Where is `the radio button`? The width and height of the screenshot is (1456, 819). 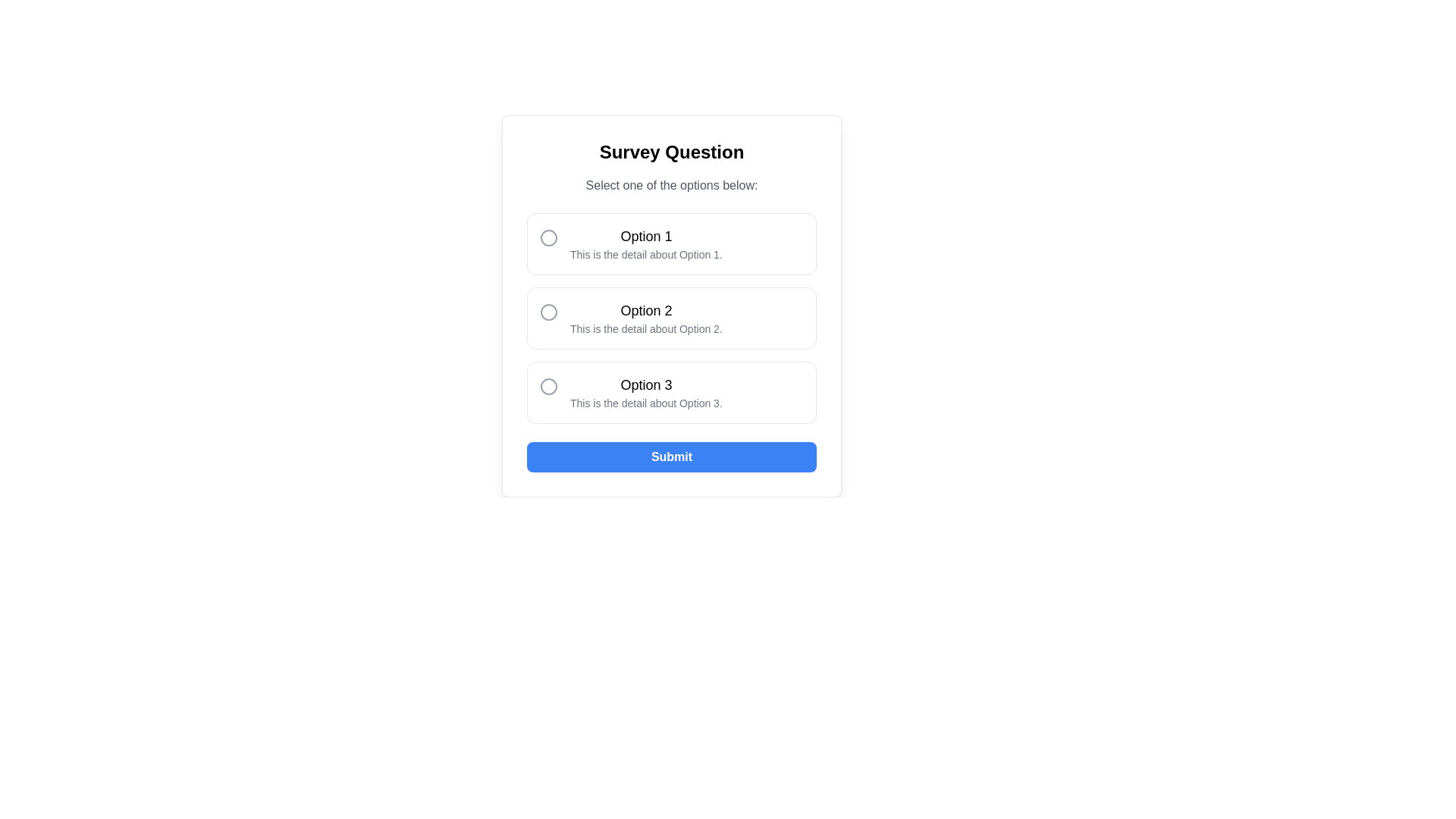
the radio button is located at coordinates (548, 312).